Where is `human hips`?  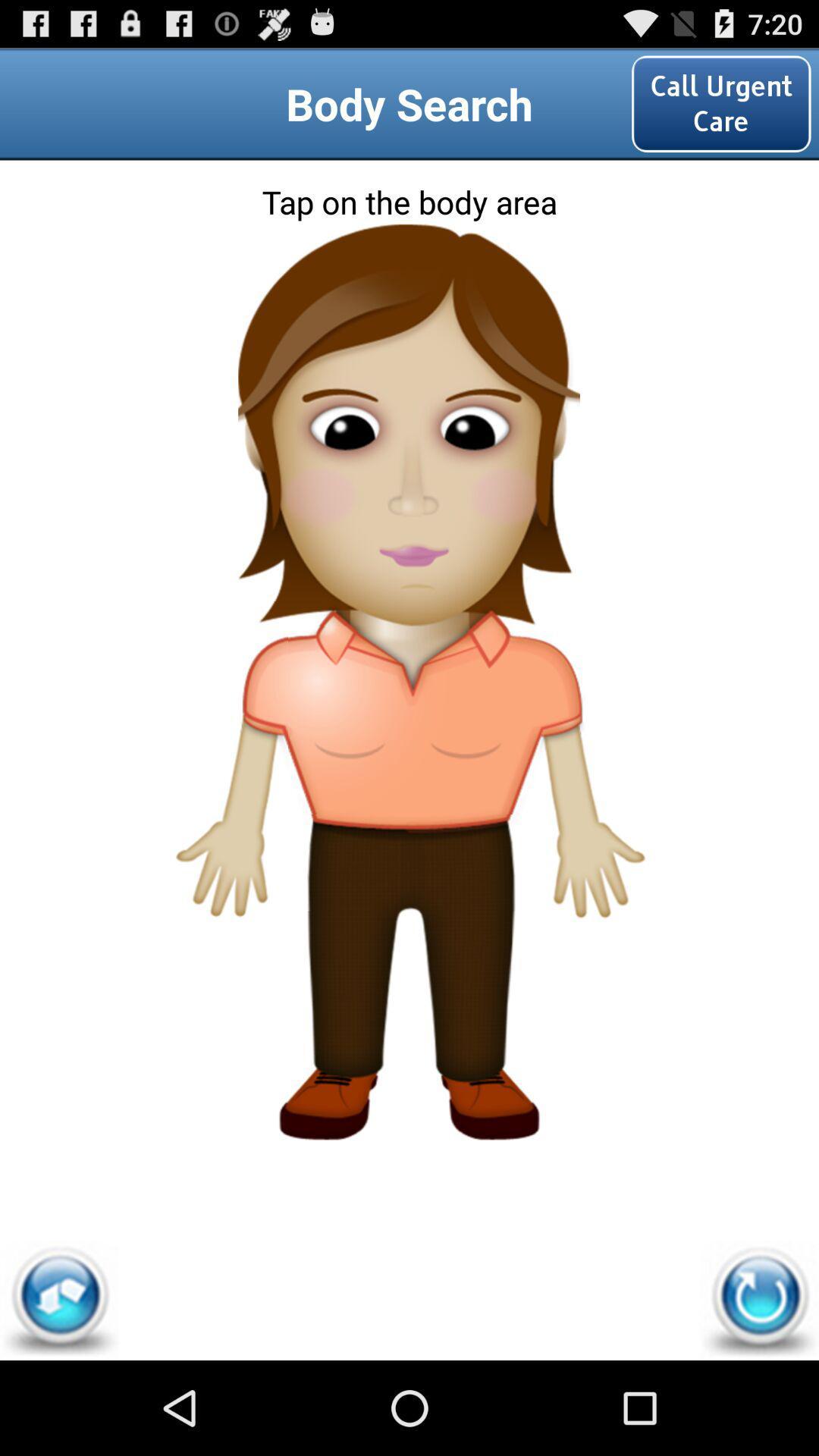
human hips is located at coordinates (408, 862).